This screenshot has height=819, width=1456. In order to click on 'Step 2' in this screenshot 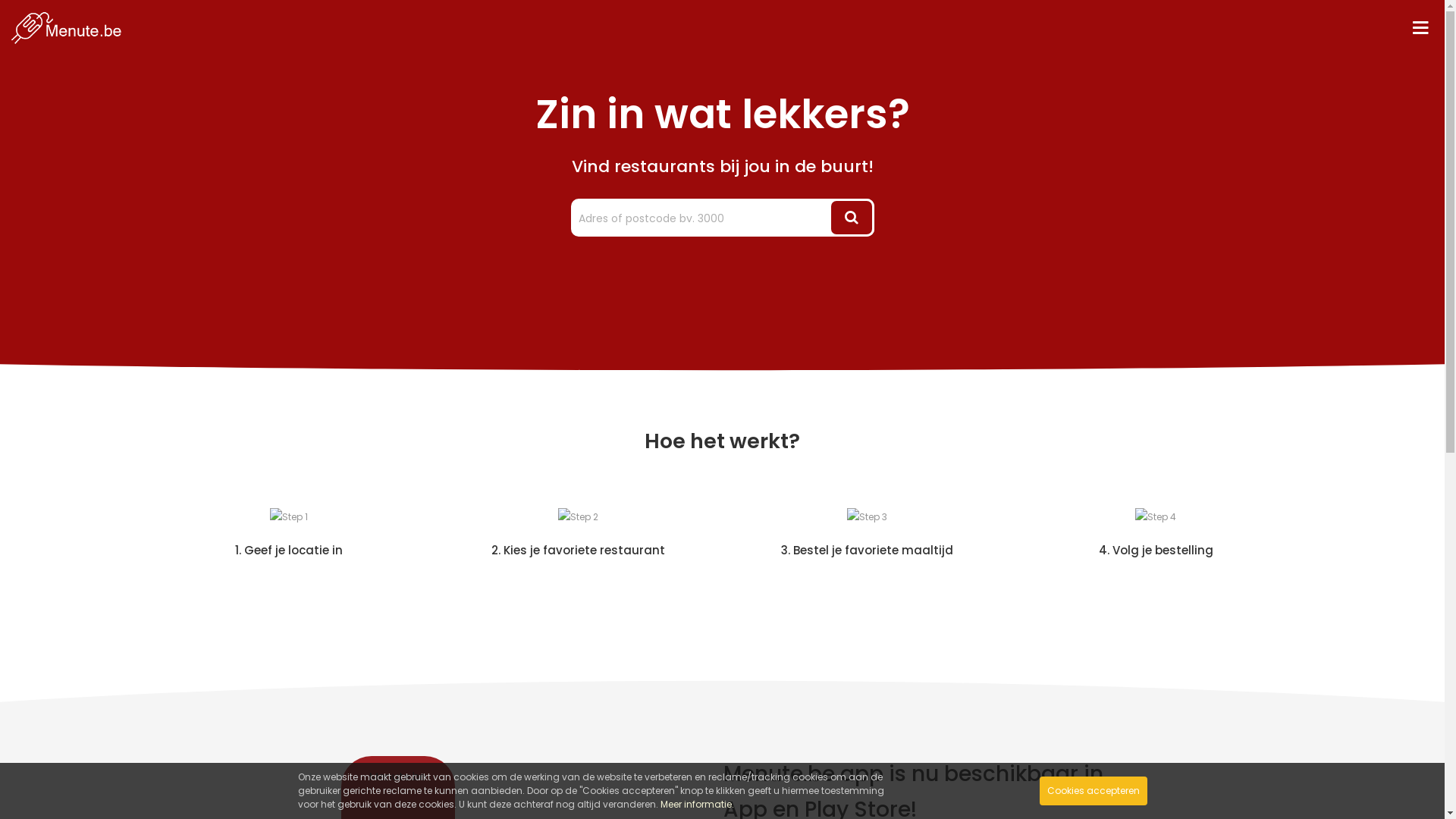, I will do `click(577, 516)`.